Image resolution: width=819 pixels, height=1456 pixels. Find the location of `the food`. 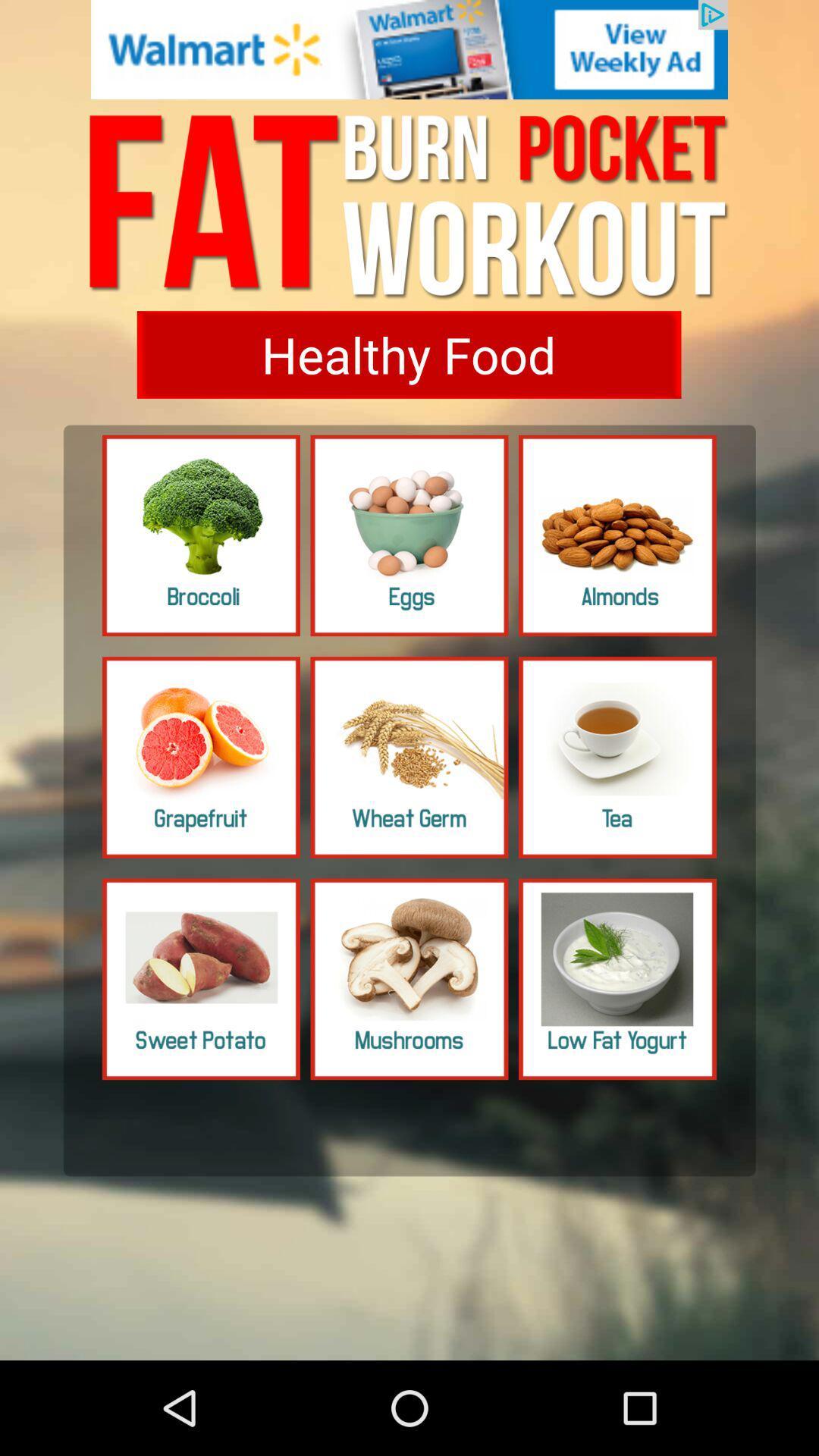

the food is located at coordinates (617, 979).